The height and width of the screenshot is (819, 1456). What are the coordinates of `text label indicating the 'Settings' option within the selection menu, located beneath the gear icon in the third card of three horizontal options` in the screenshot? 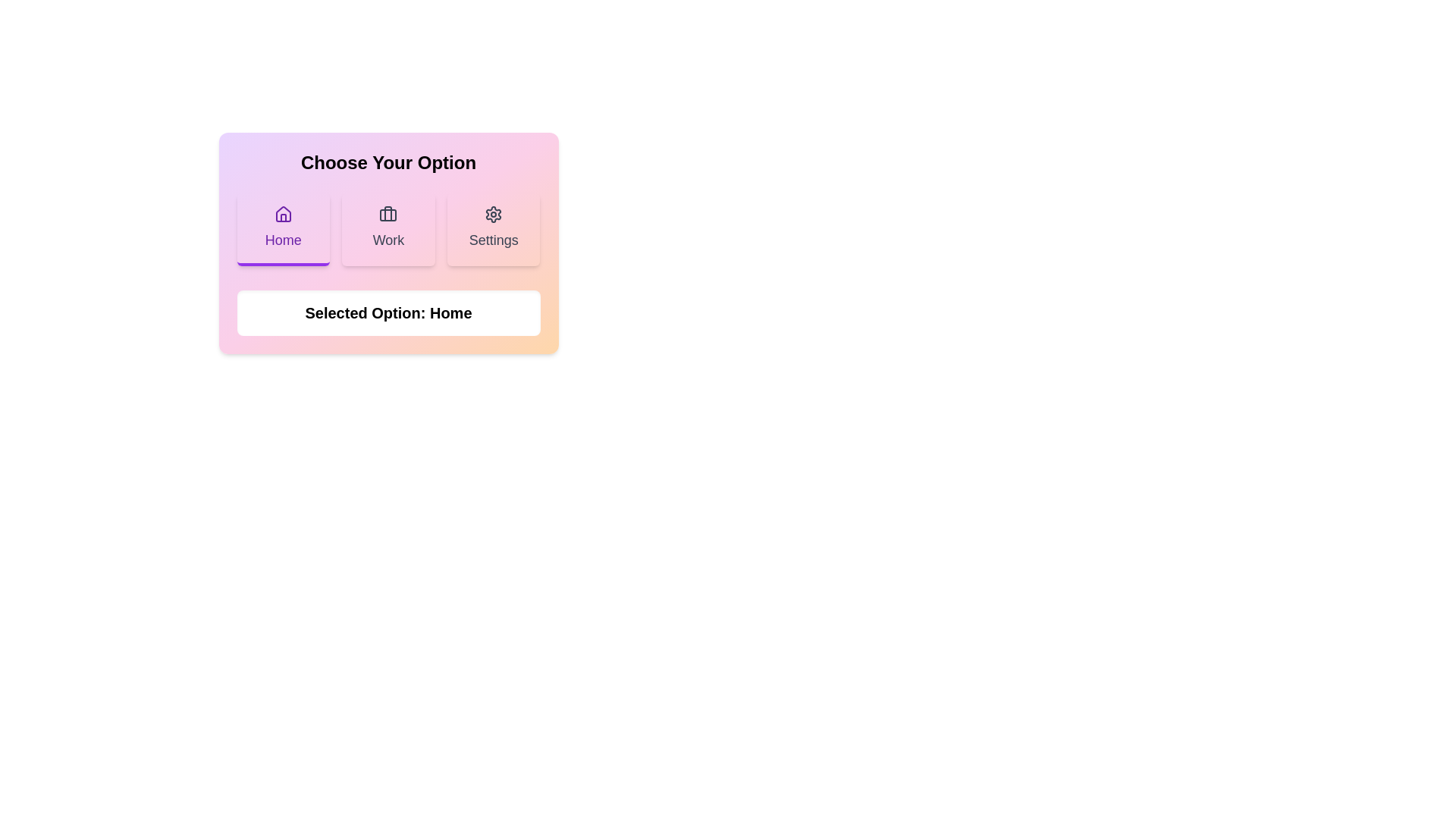 It's located at (494, 239).